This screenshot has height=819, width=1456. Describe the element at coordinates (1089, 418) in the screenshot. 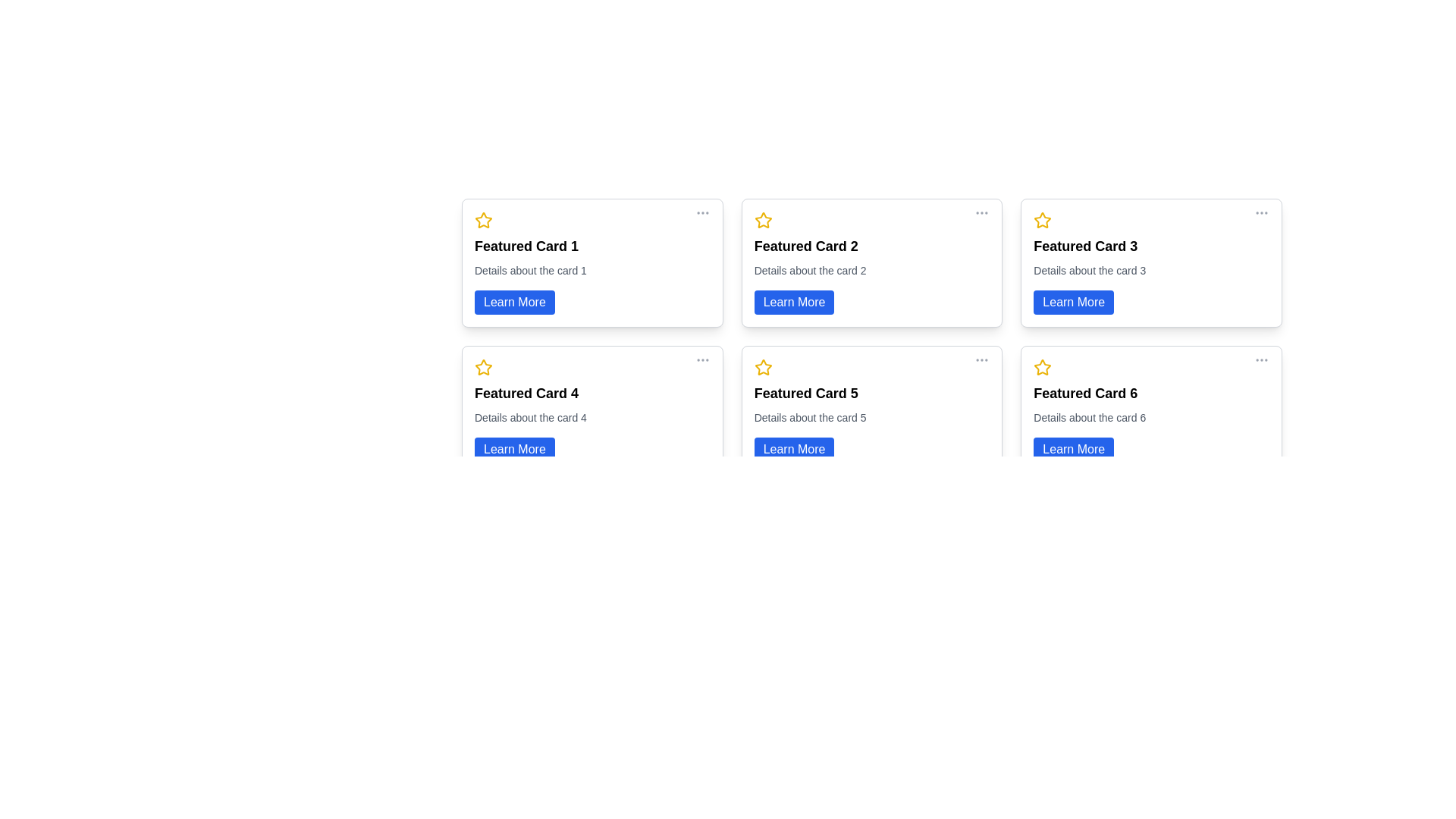

I see `displayed text in the Text block located within the 'Featured Card 6', positioned below the card title and above the 'Learn More' button` at that location.